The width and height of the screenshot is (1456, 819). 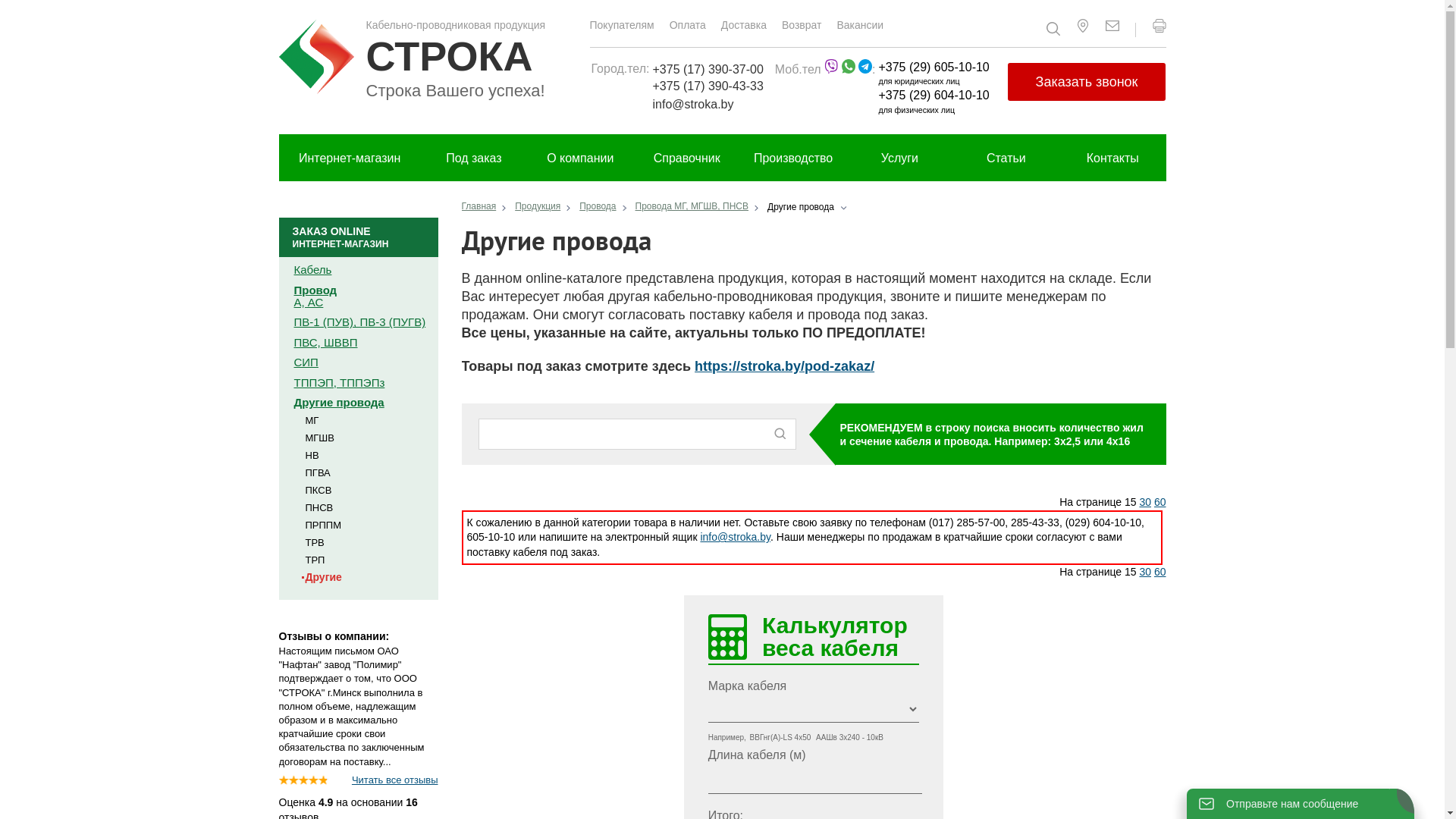 What do you see at coordinates (735, 536) in the screenshot?
I see `'info@stroka.by'` at bounding box center [735, 536].